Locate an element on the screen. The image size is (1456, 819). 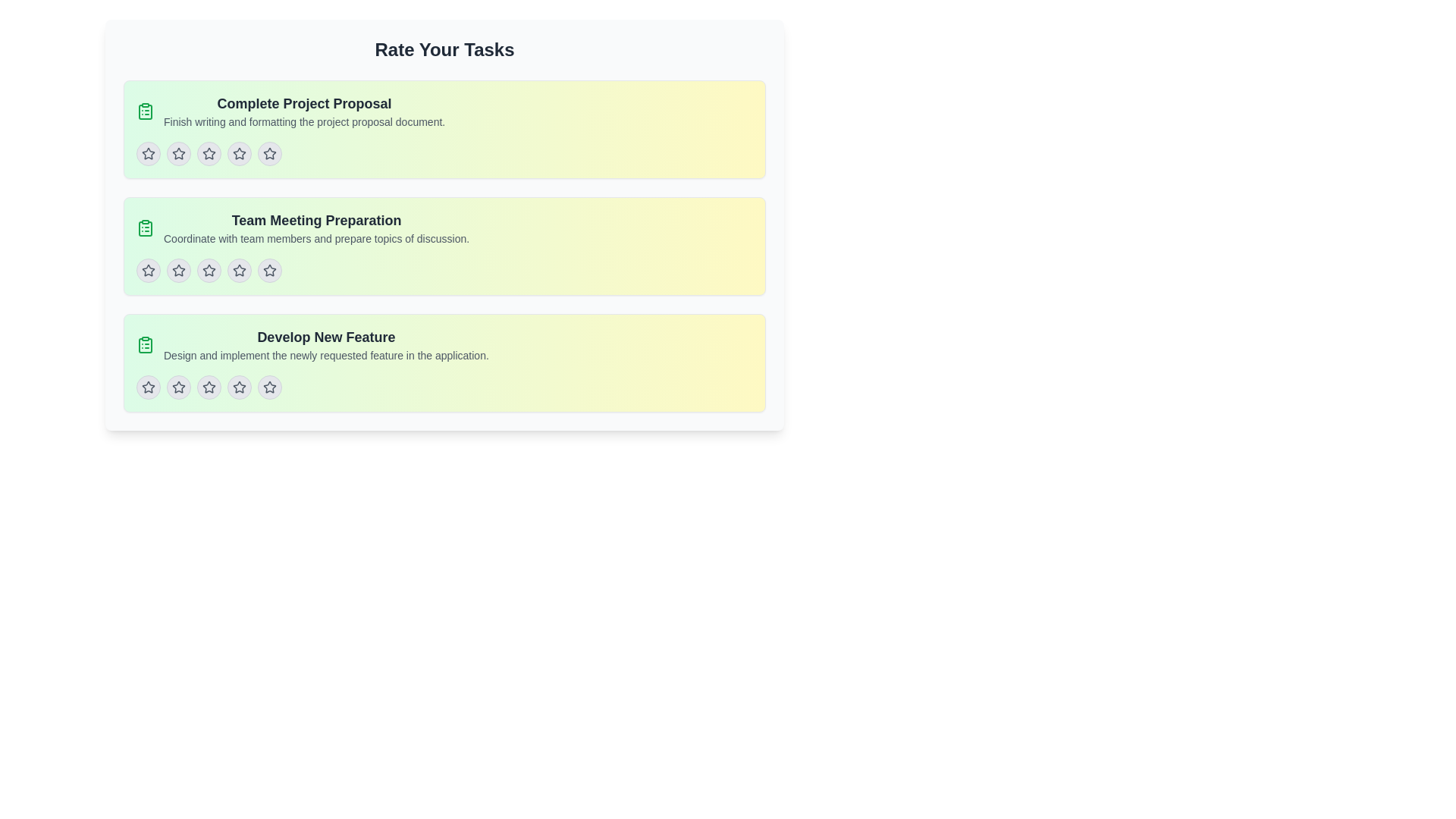
the descriptive text label that provides context for the task 'Team Meeting Preparation', located directly below the title in the middle section of the interface is located at coordinates (315, 239).